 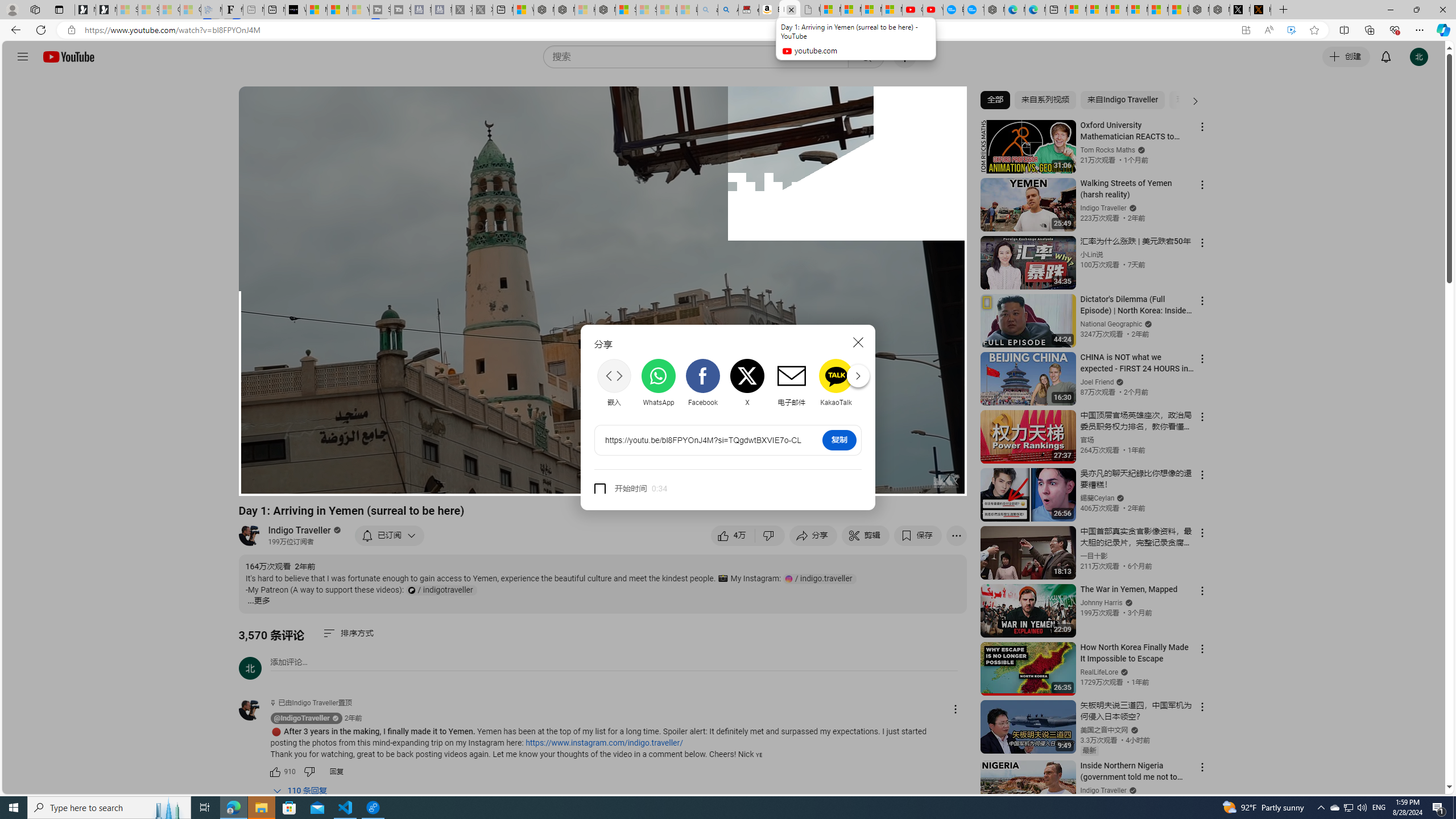 I want to click on 'App available. Install YouTube', so click(x=1246, y=30).